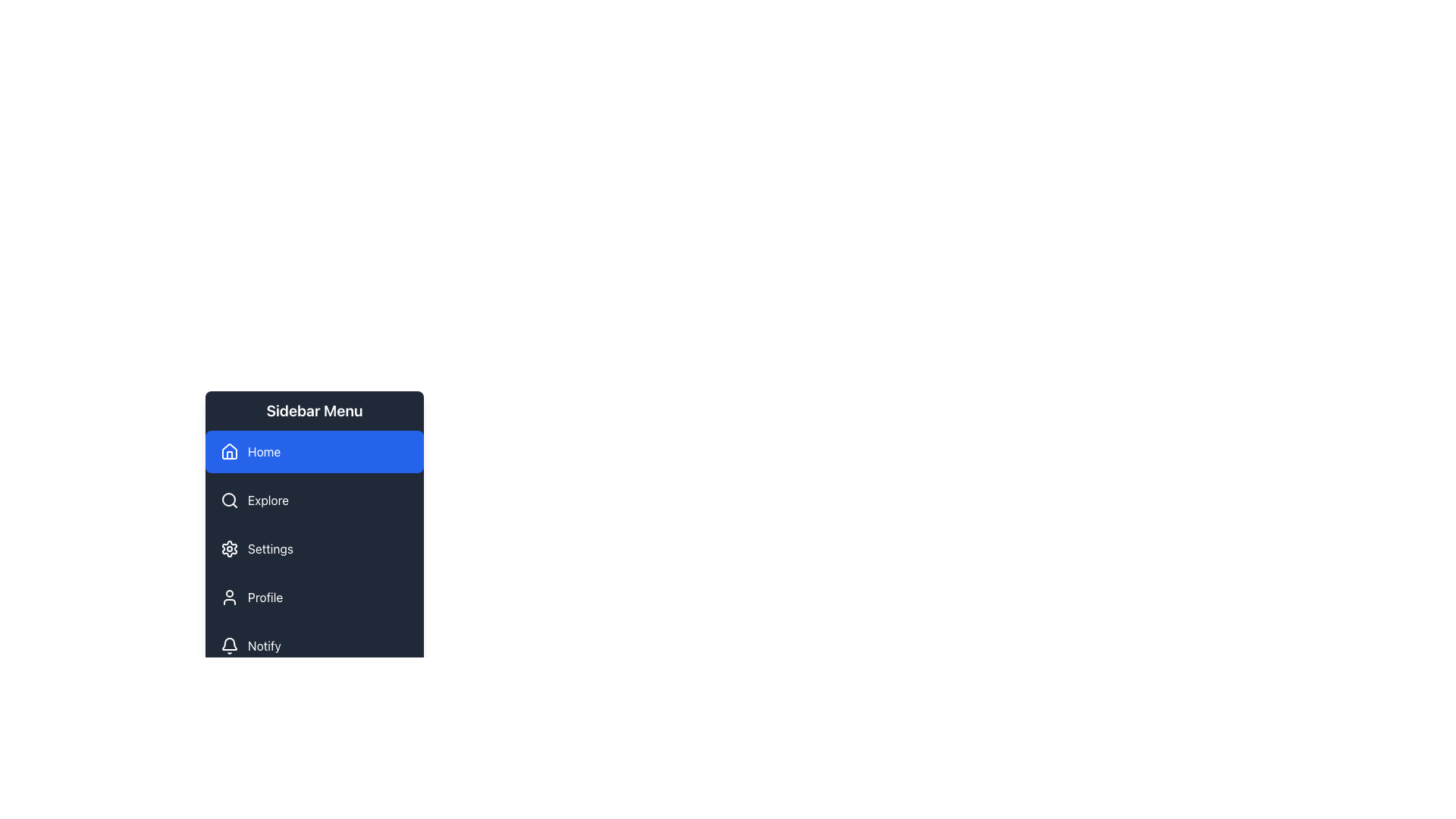 The image size is (1456, 819). Describe the element at coordinates (313, 500) in the screenshot. I see `the 'Explore' button in the sidebar menu` at that location.